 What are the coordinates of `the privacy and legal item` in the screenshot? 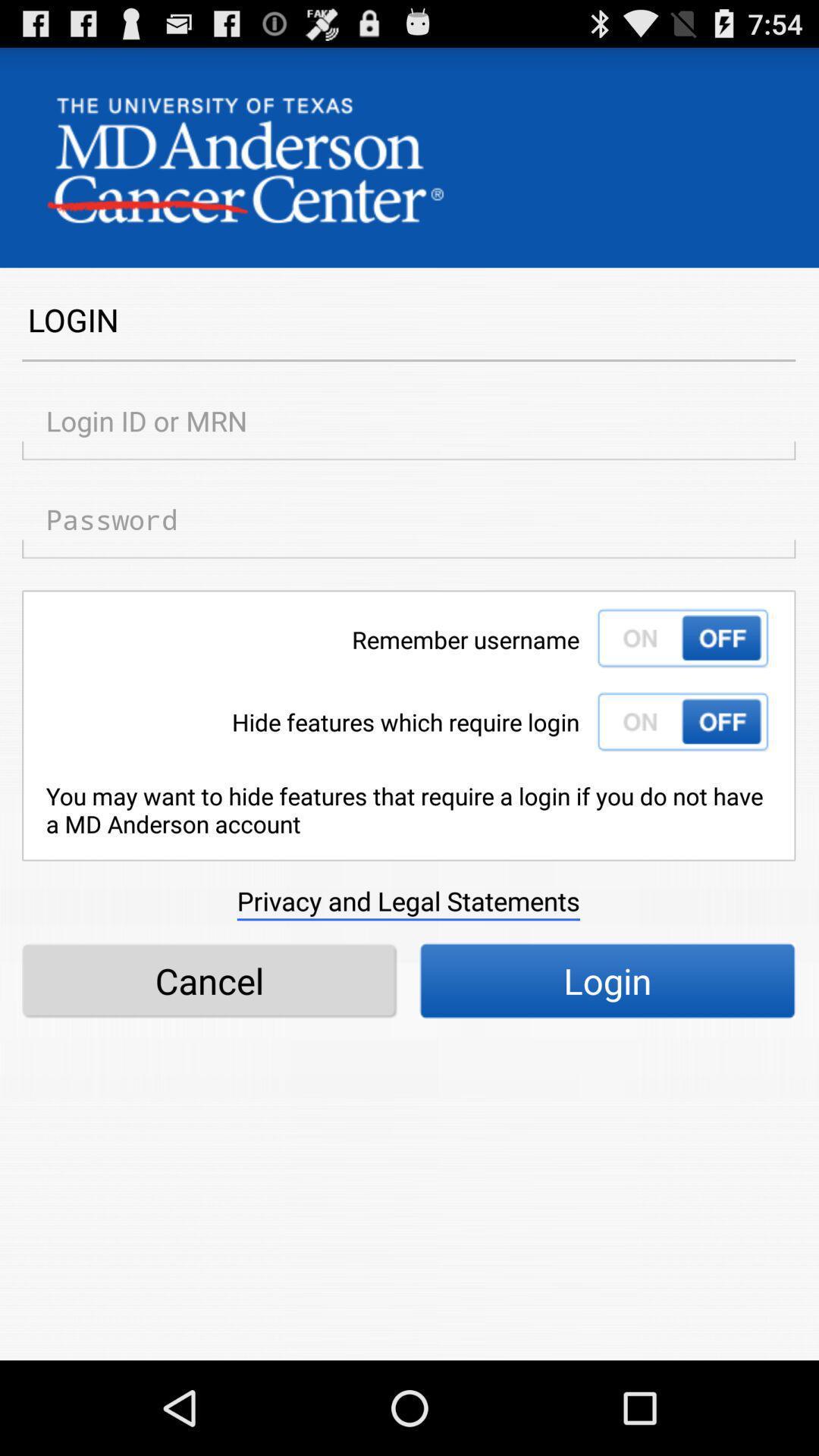 It's located at (407, 901).